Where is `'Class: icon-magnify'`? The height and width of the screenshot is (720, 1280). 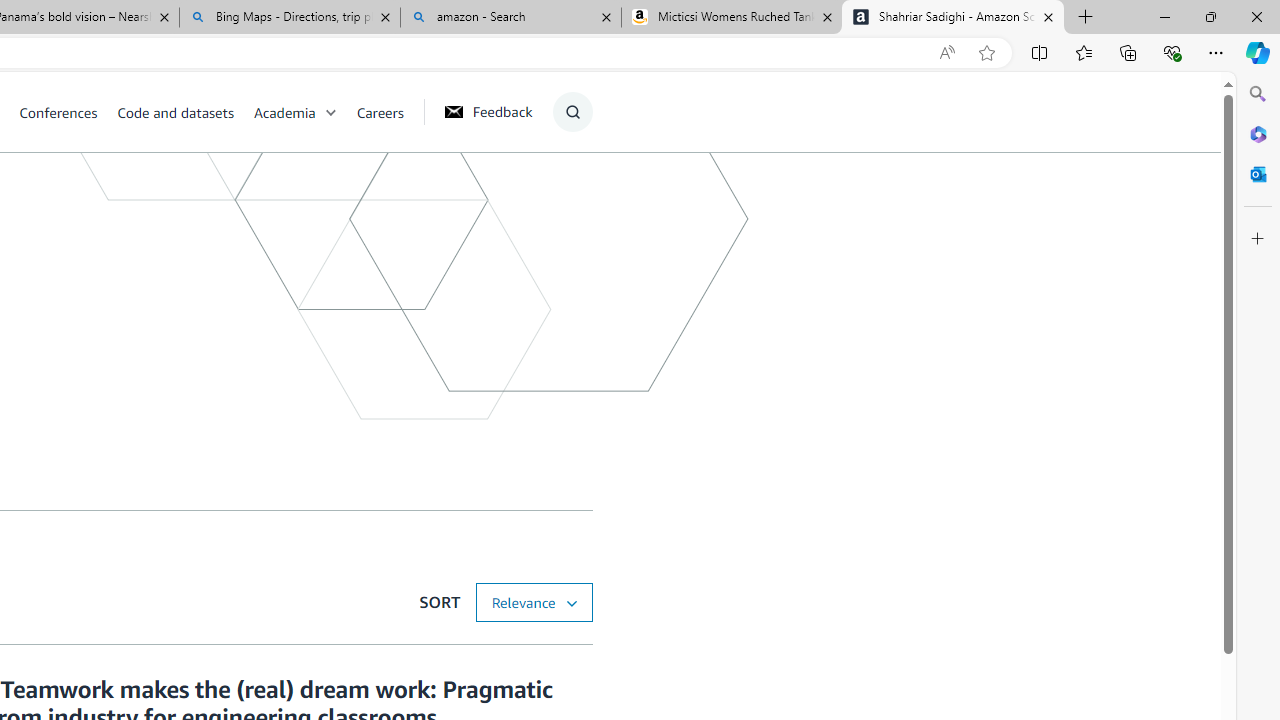 'Class: icon-magnify' is located at coordinates (571, 111).